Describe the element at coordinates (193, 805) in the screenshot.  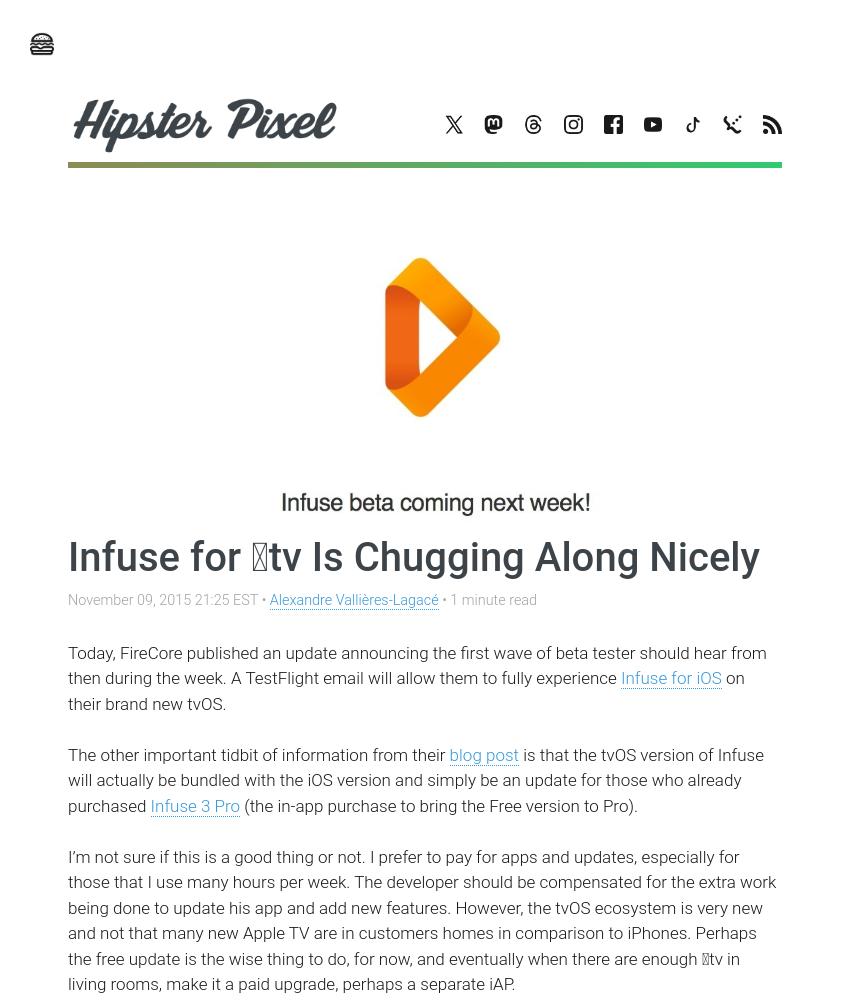
I see `'Infuse 3 Pro'` at that location.